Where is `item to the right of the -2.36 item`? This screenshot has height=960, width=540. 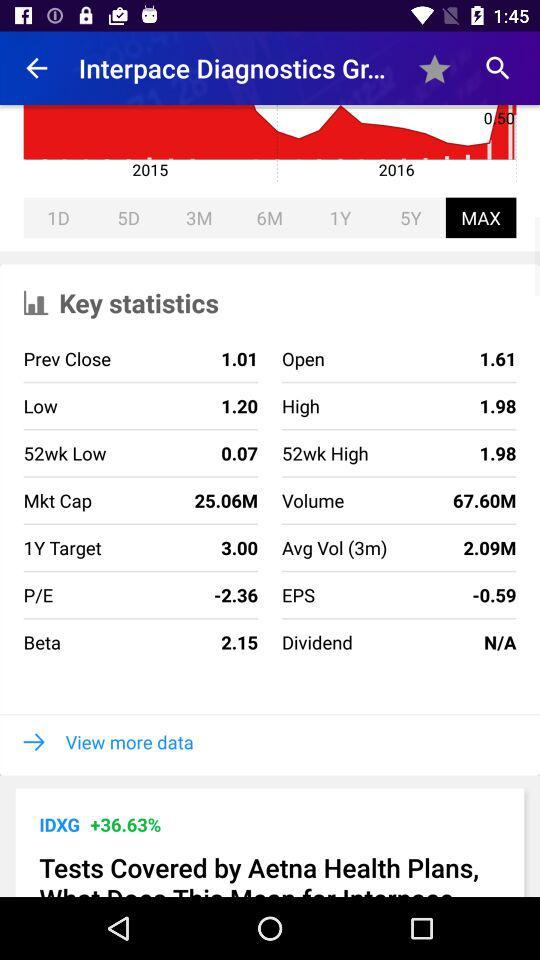
item to the right of the -2.36 item is located at coordinates (317, 641).